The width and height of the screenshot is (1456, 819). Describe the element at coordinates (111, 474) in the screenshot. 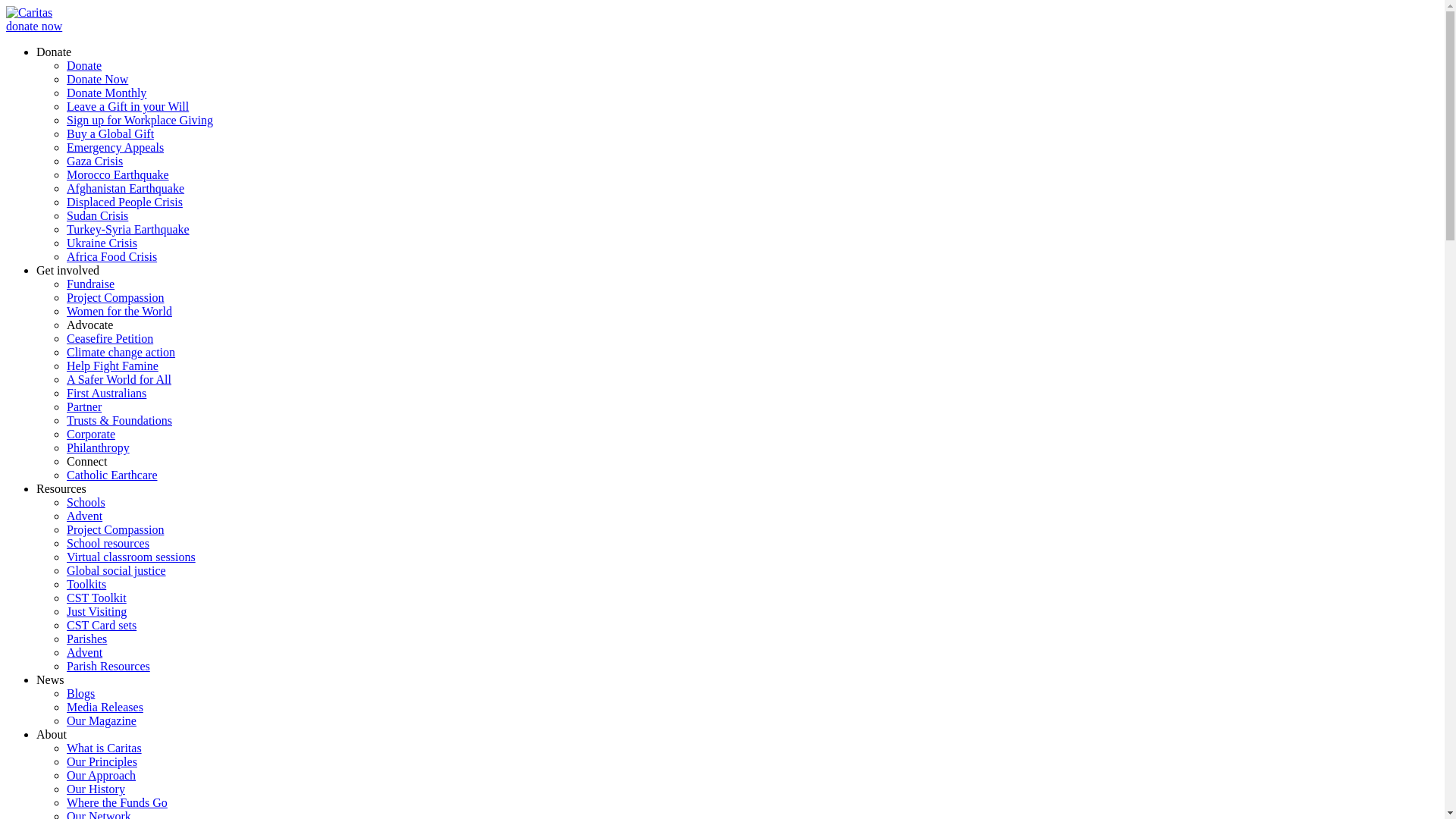

I see `'Catholic Earthcare'` at that location.